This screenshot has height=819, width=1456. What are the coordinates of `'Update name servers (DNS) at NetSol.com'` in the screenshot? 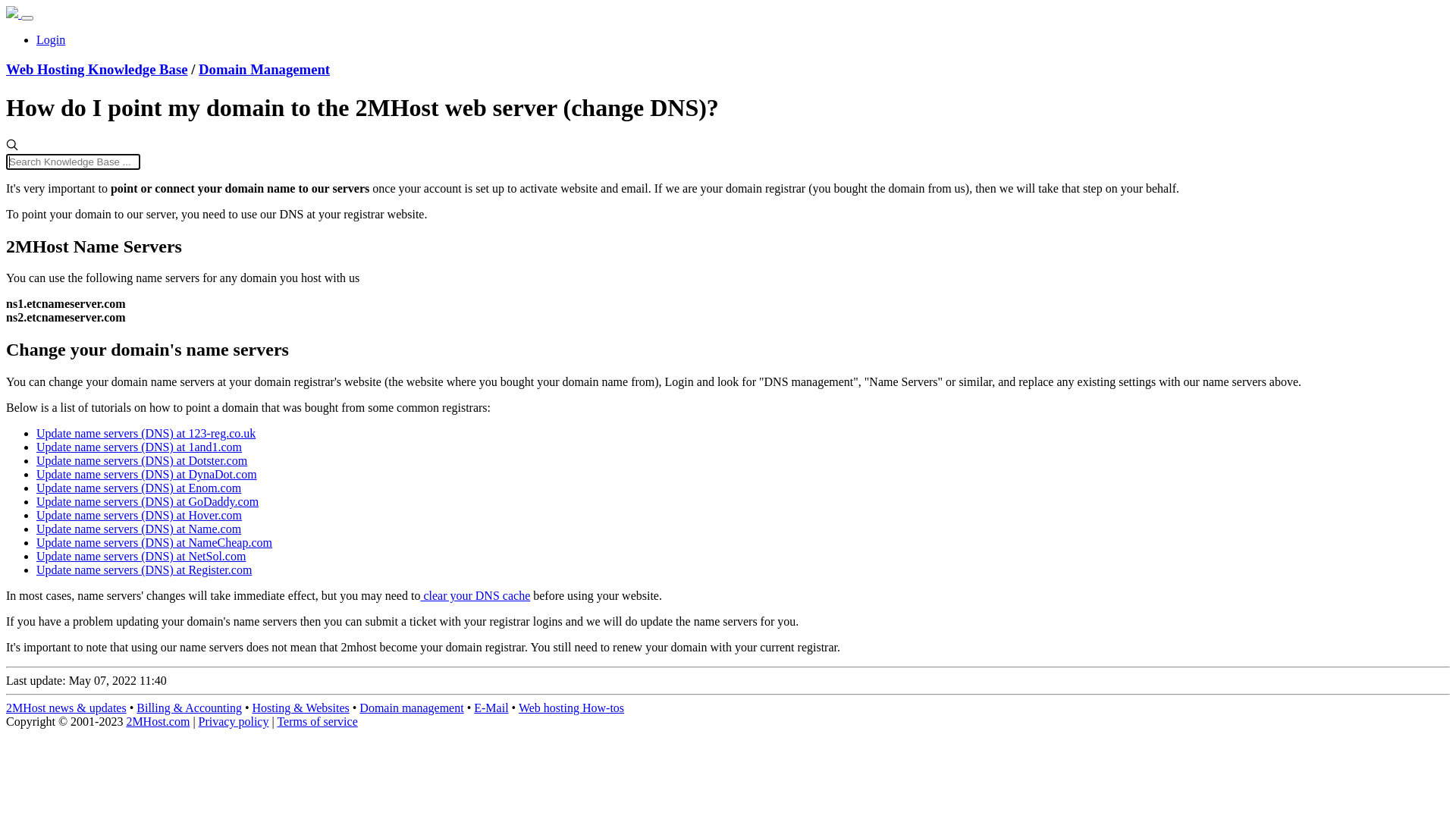 It's located at (141, 556).